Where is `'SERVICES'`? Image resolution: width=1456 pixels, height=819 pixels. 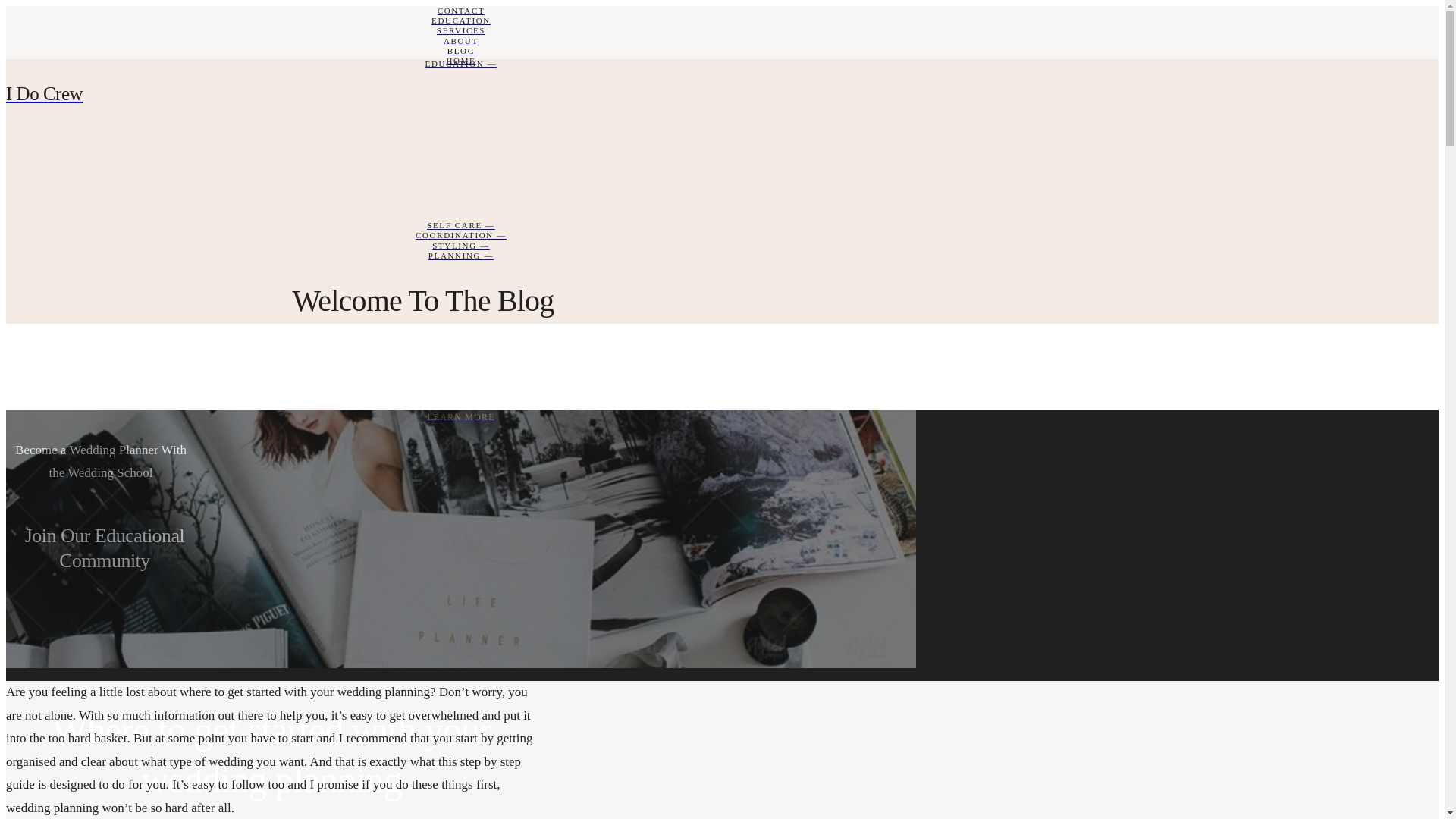 'SERVICES' is located at coordinates (460, 30).